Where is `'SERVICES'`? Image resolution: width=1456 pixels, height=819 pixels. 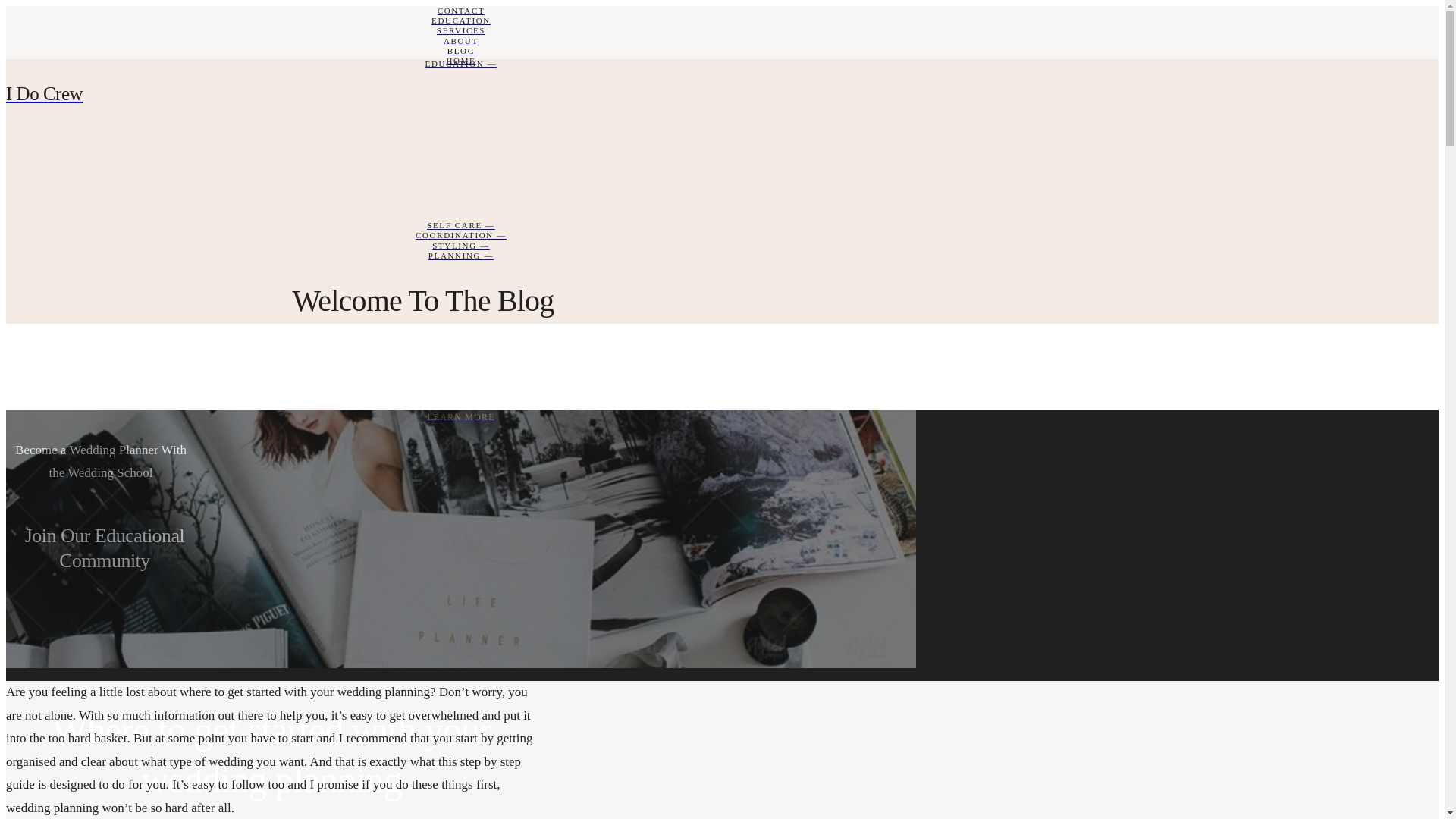 'SERVICES' is located at coordinates (460, 30).